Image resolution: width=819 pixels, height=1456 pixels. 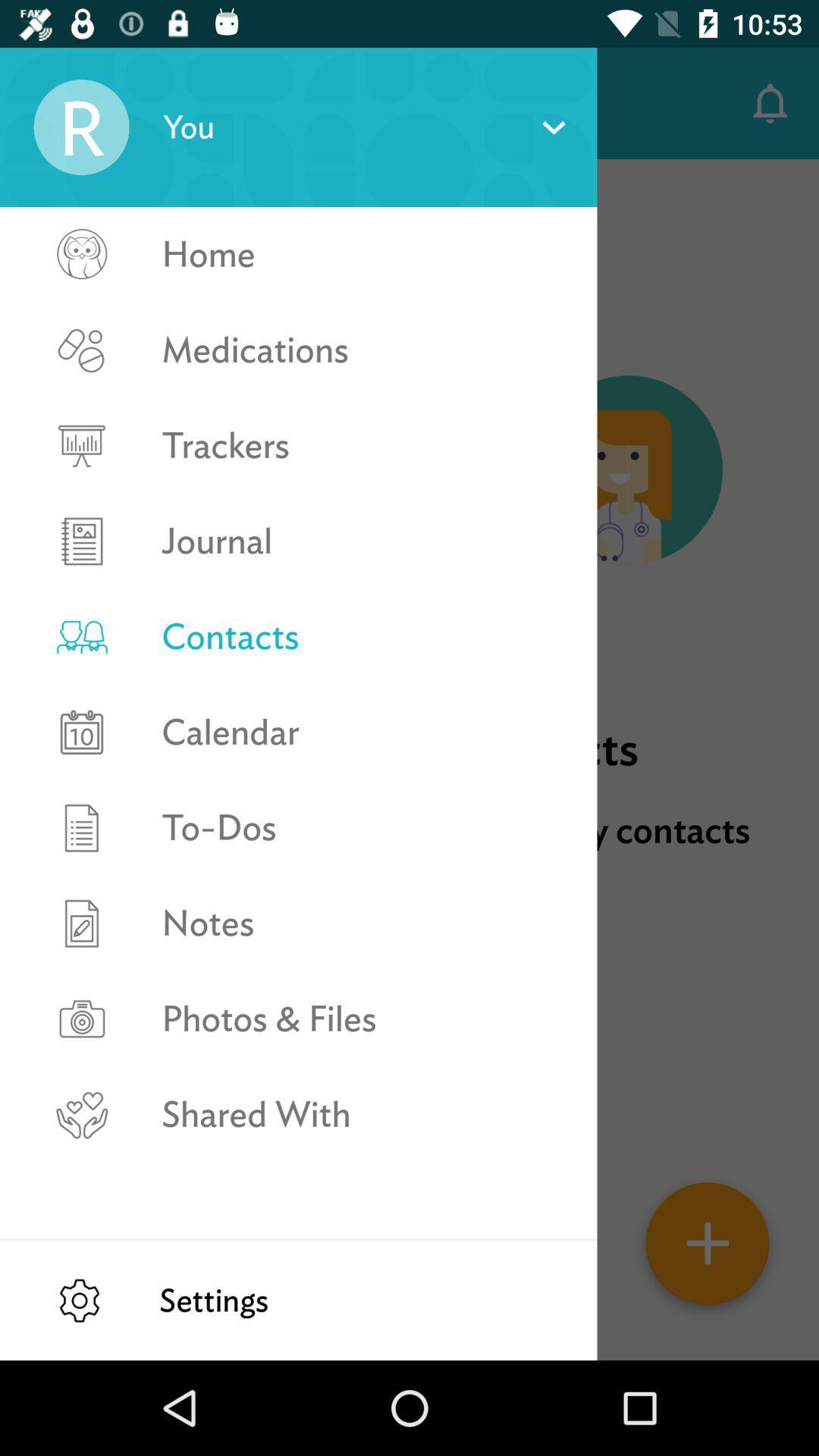 I want to click on icon next to contacts, so click(x=55, y=102).